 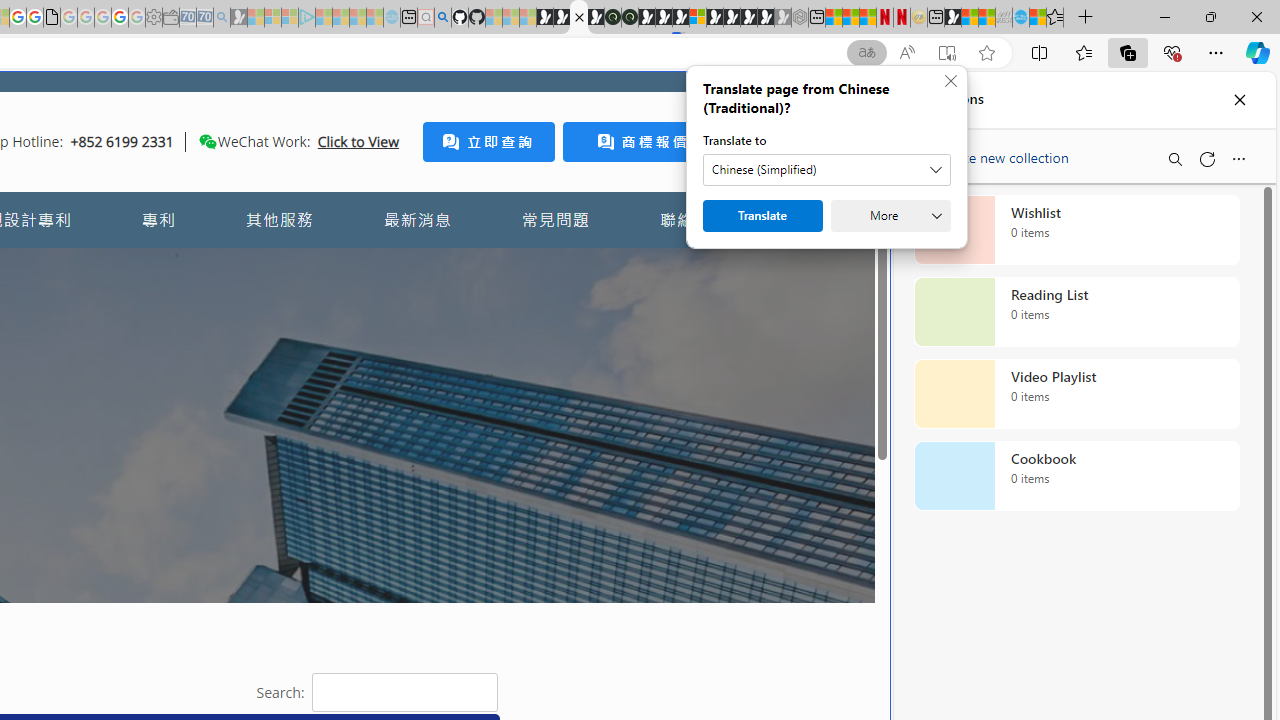 What do you see at coordinates (51, 17) in the screenshot?
I see `'google_privacy_policy_zh-CN.pdf'` at bounding box center [51, 17].